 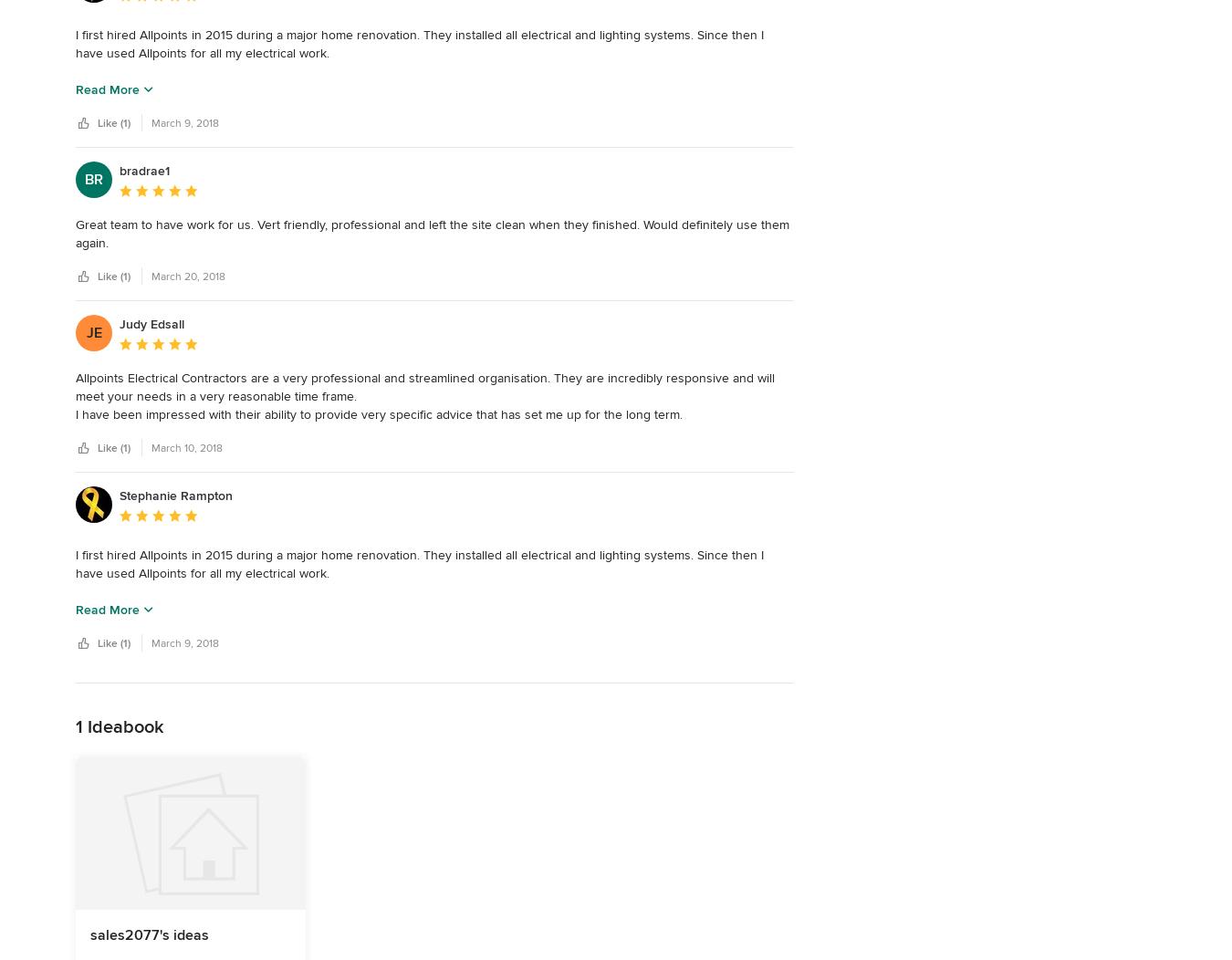 I want to click on 'bradrae1', so click(x=144, y=170).